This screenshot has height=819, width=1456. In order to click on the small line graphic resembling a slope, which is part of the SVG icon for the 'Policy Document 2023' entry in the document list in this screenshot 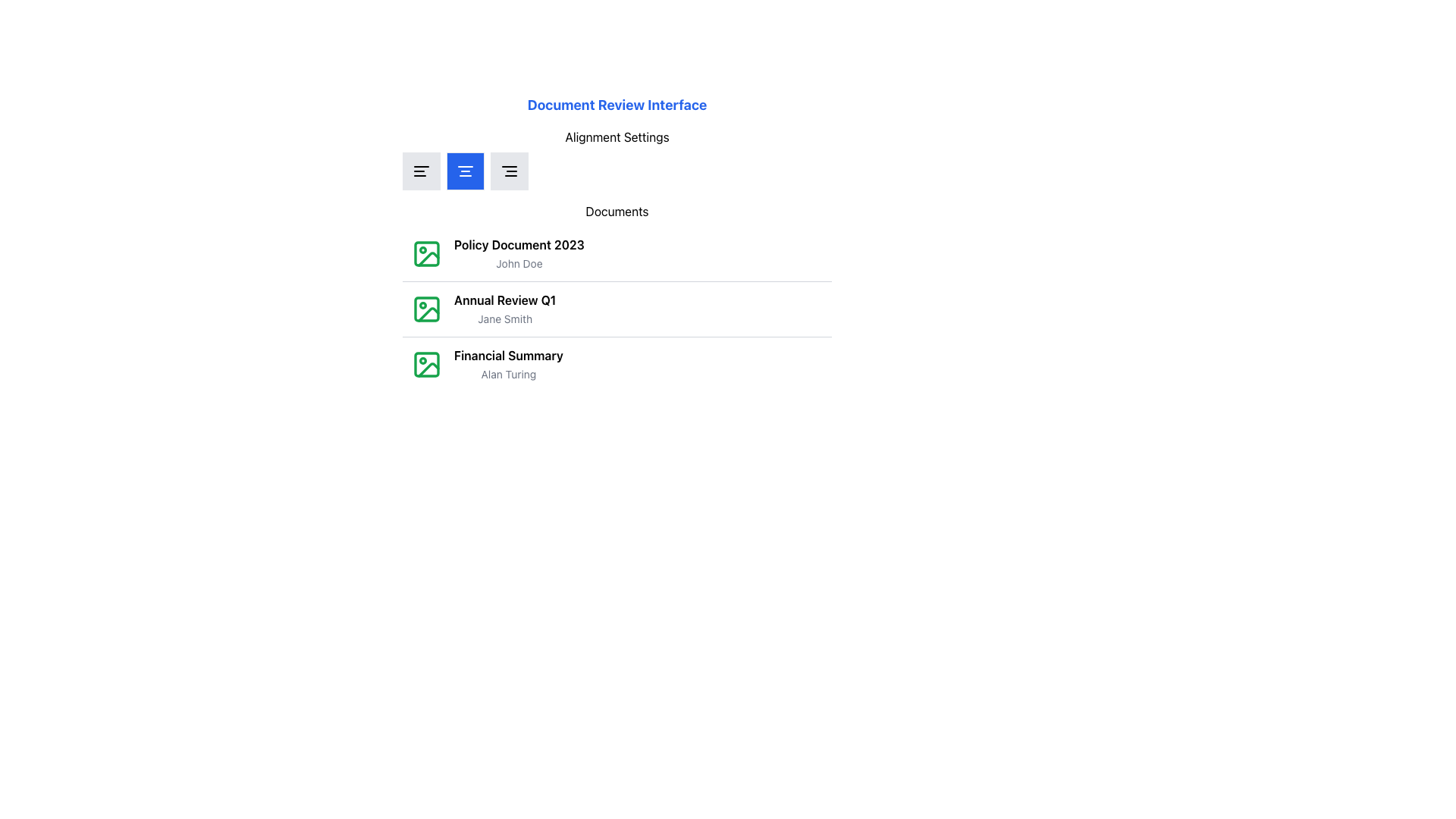, I will do `click(428, 258)`.